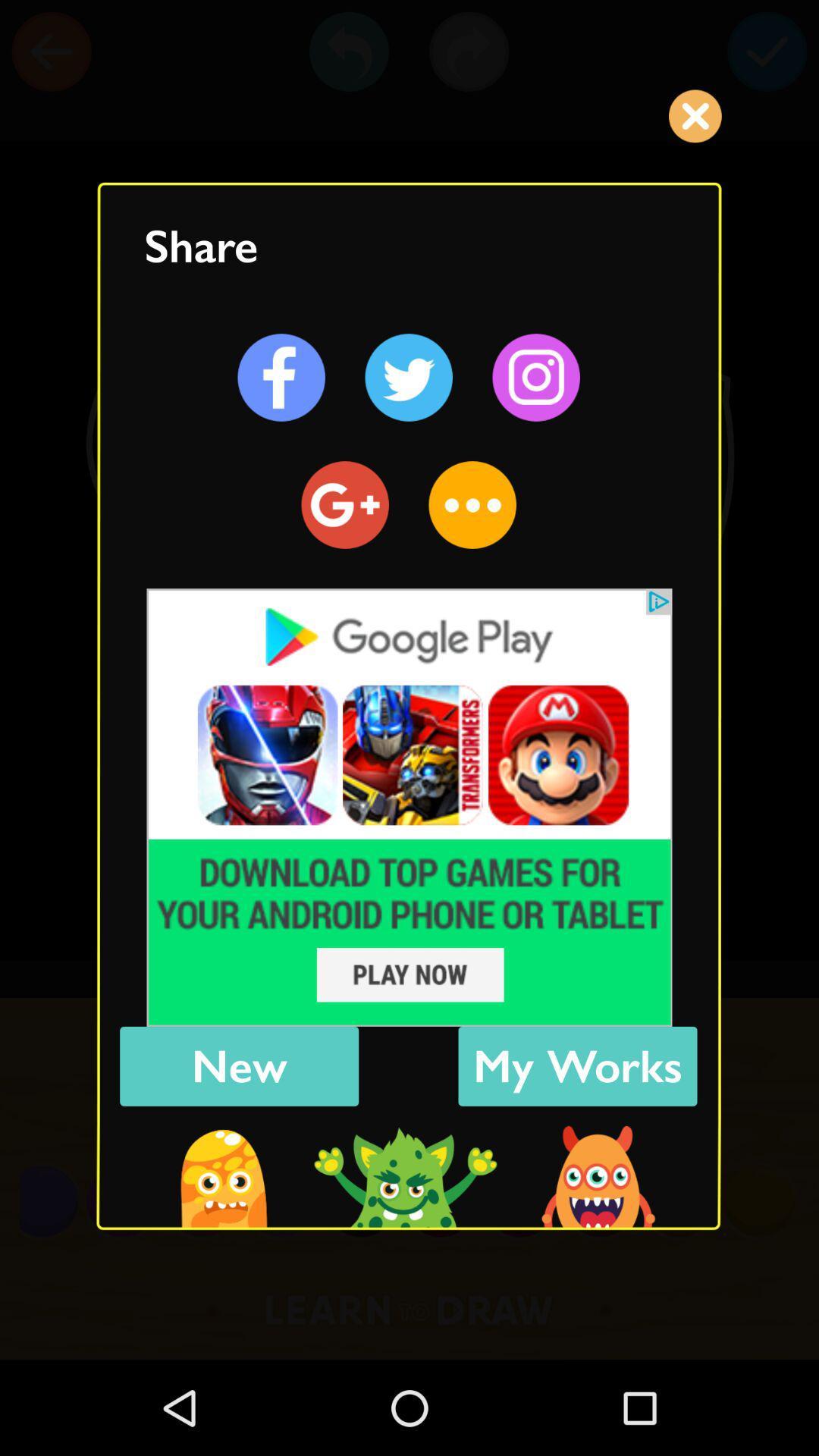 Image resolution: width=819 pixels, height=1456 pixels. I want to click on the more icon, so click(472, 505).